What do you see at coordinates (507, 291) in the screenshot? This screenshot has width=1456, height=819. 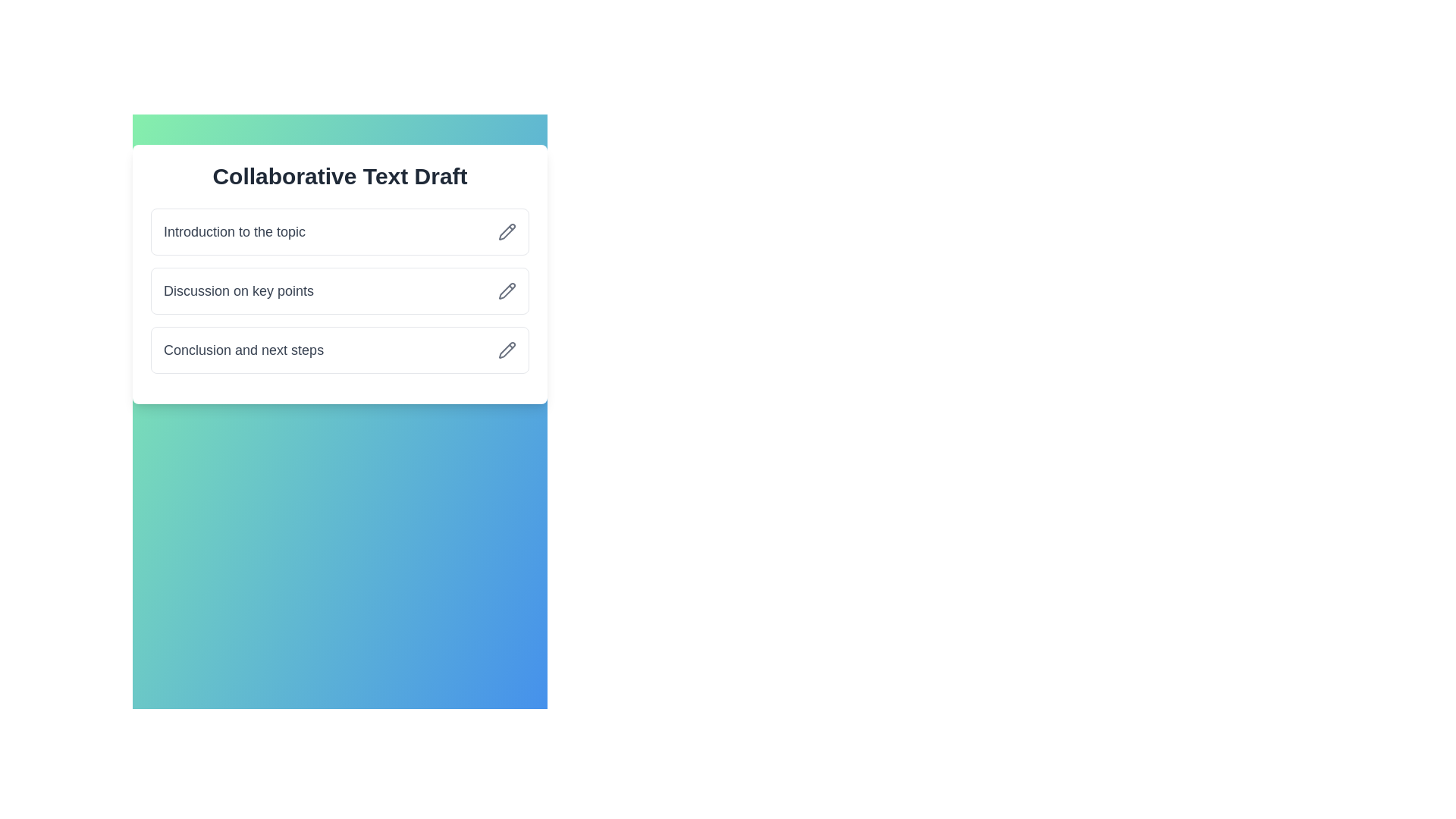 I see `the pencil icon located to the right of the 'Discussion on key points' text entry` at bounding box center [507, 291].